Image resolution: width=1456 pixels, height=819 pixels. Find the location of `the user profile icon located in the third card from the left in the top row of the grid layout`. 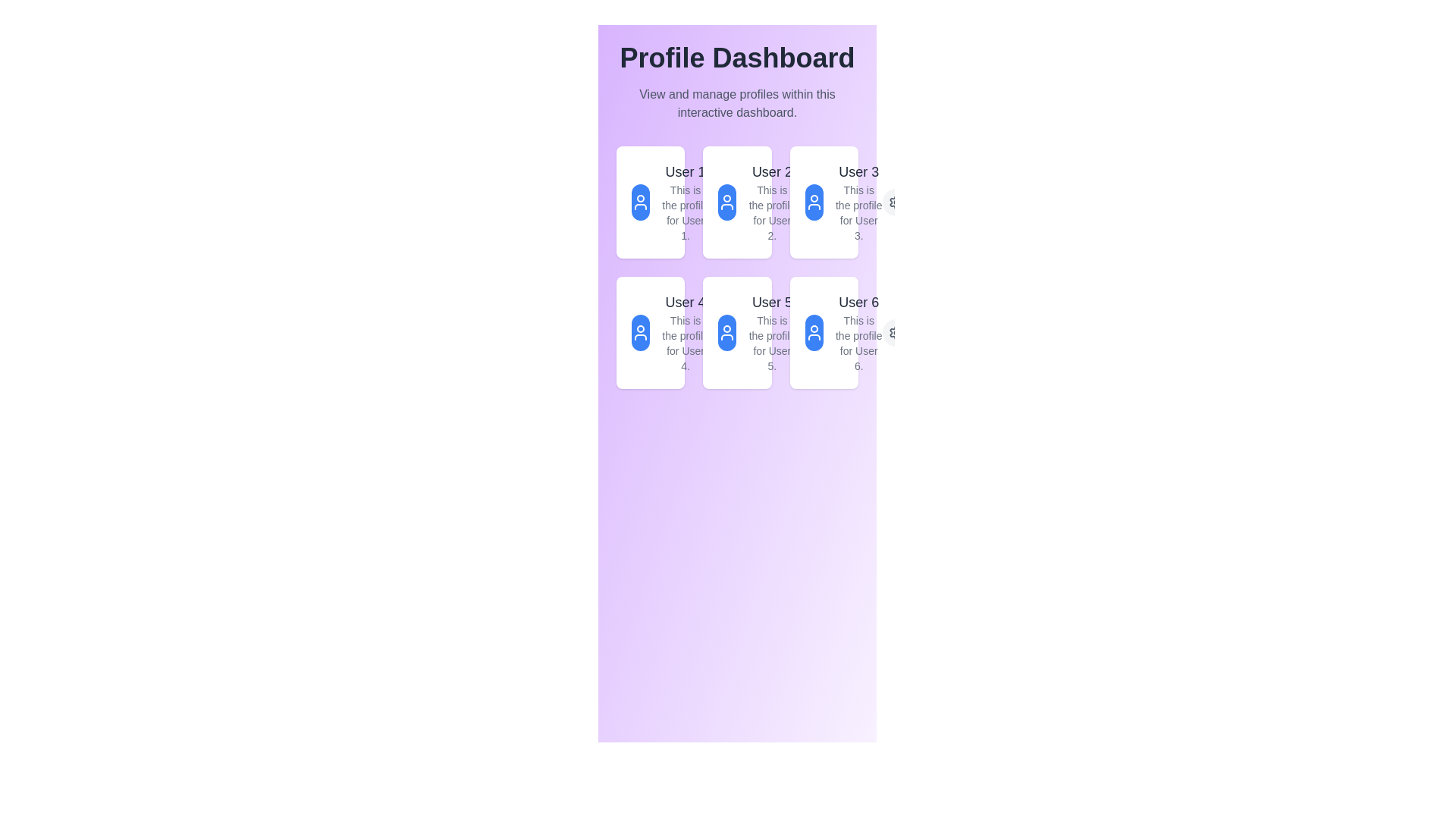

the user profile icon located in the third card from the left in the top row of the grid layout is located at coordinates (813, 201).